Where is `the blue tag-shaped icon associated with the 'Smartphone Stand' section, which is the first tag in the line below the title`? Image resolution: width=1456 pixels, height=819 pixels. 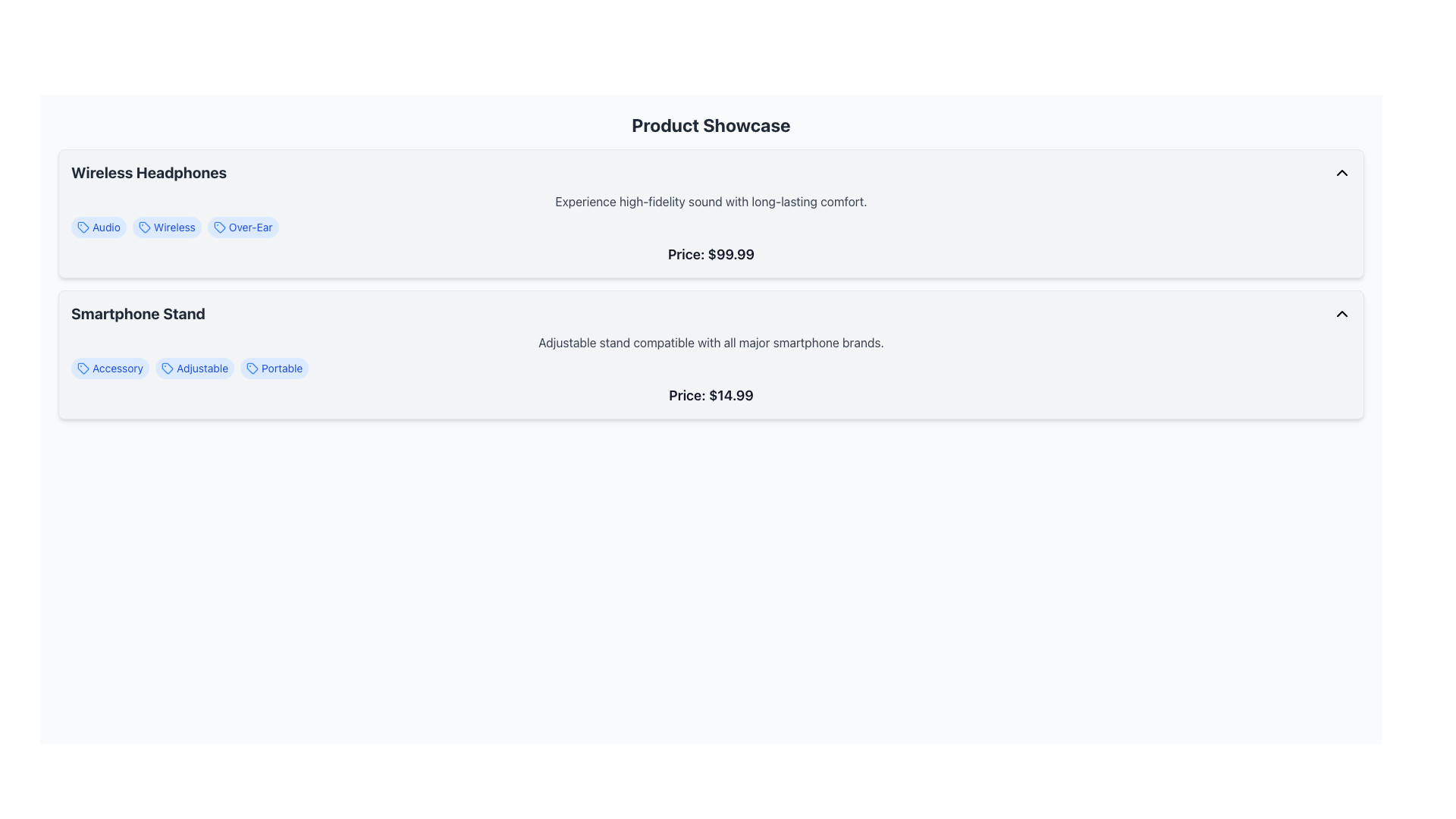
the blue tag-shaped icon associated with the 'Smartphone Stand' section, which is the first tag in the line below the title is located at coordinates (83, 369).